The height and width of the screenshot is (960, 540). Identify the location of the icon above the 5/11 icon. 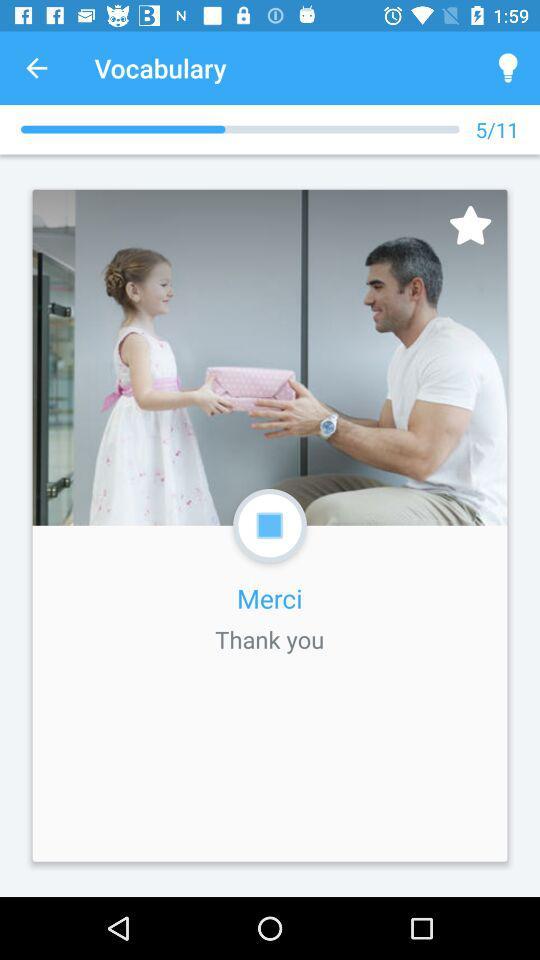
(508, 68).